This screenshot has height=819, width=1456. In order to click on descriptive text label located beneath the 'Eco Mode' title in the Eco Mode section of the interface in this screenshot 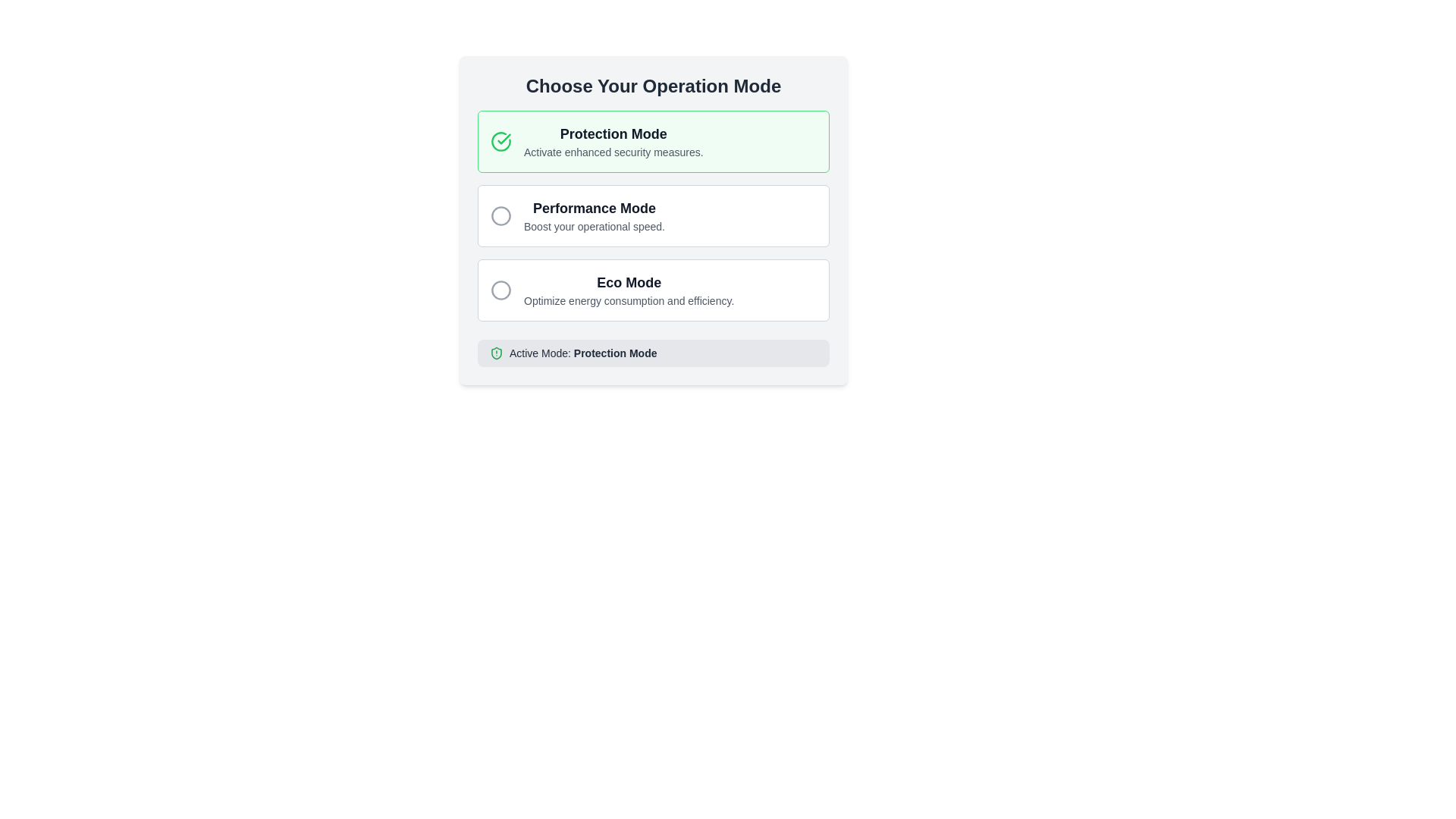, I will do `click(629, 301)`.